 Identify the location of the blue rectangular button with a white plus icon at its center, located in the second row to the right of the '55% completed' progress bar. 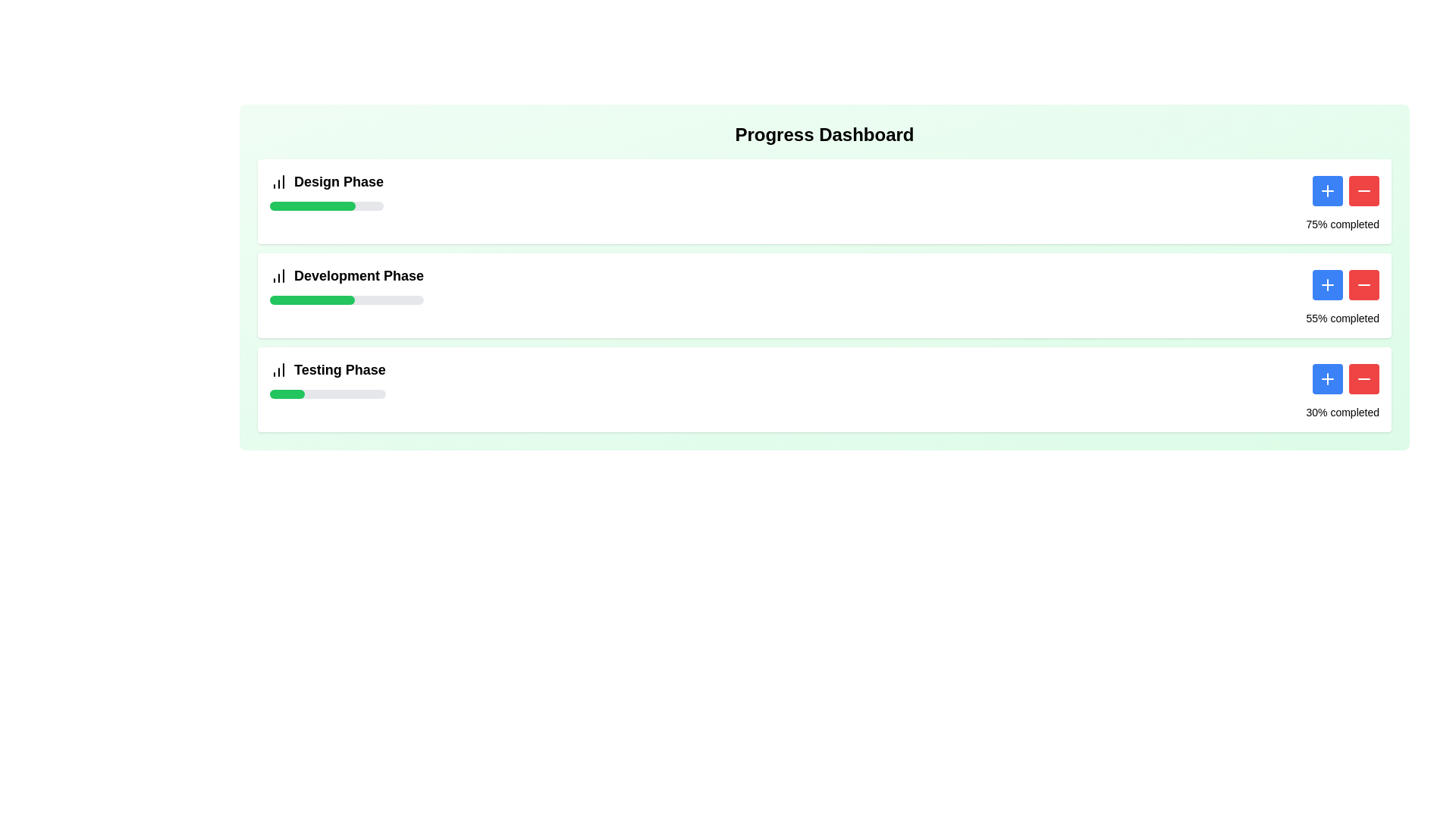
(1327, 284).